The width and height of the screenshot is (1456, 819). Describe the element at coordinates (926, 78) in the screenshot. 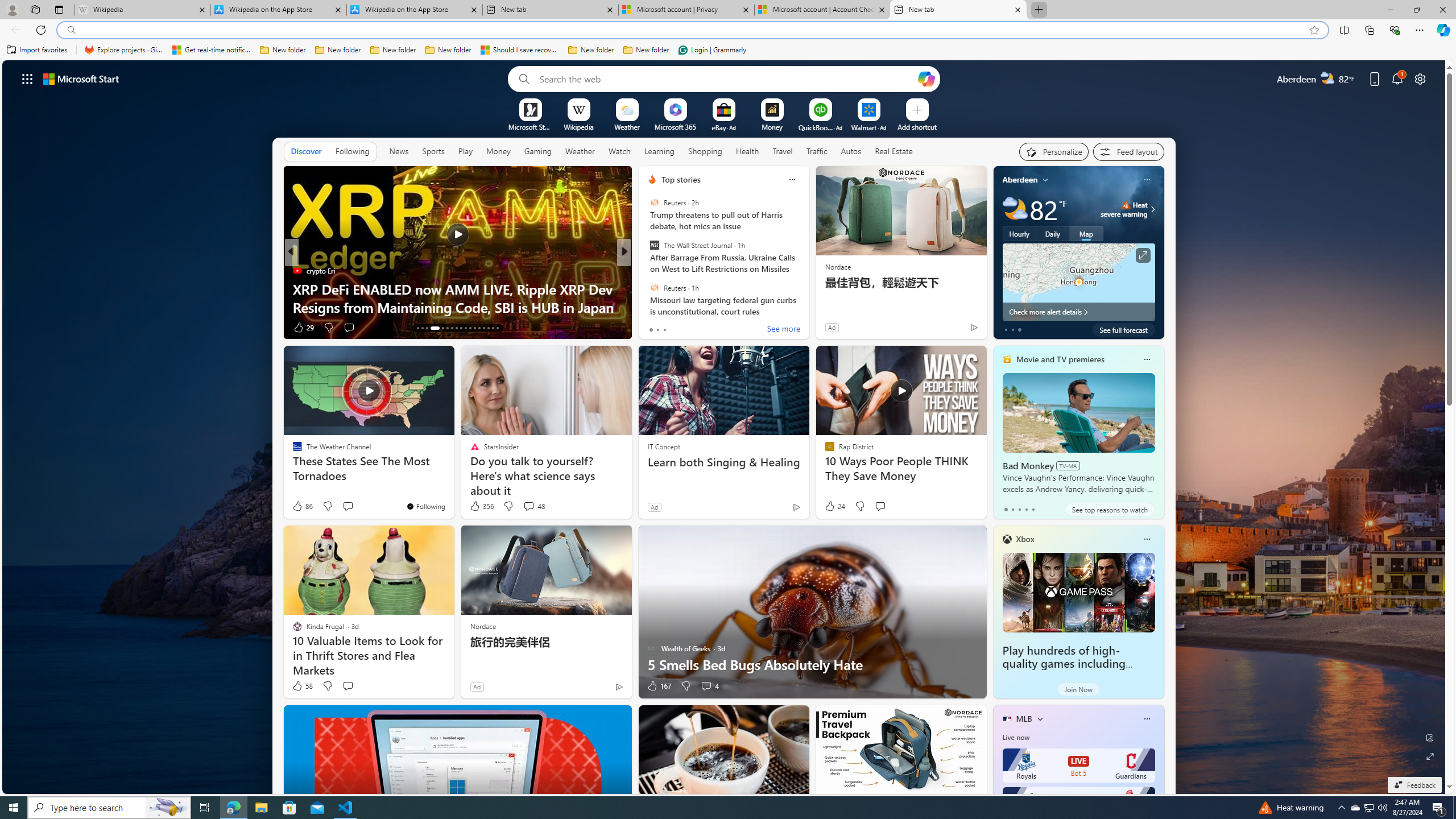

I see `'Open Copilot'` at that location.